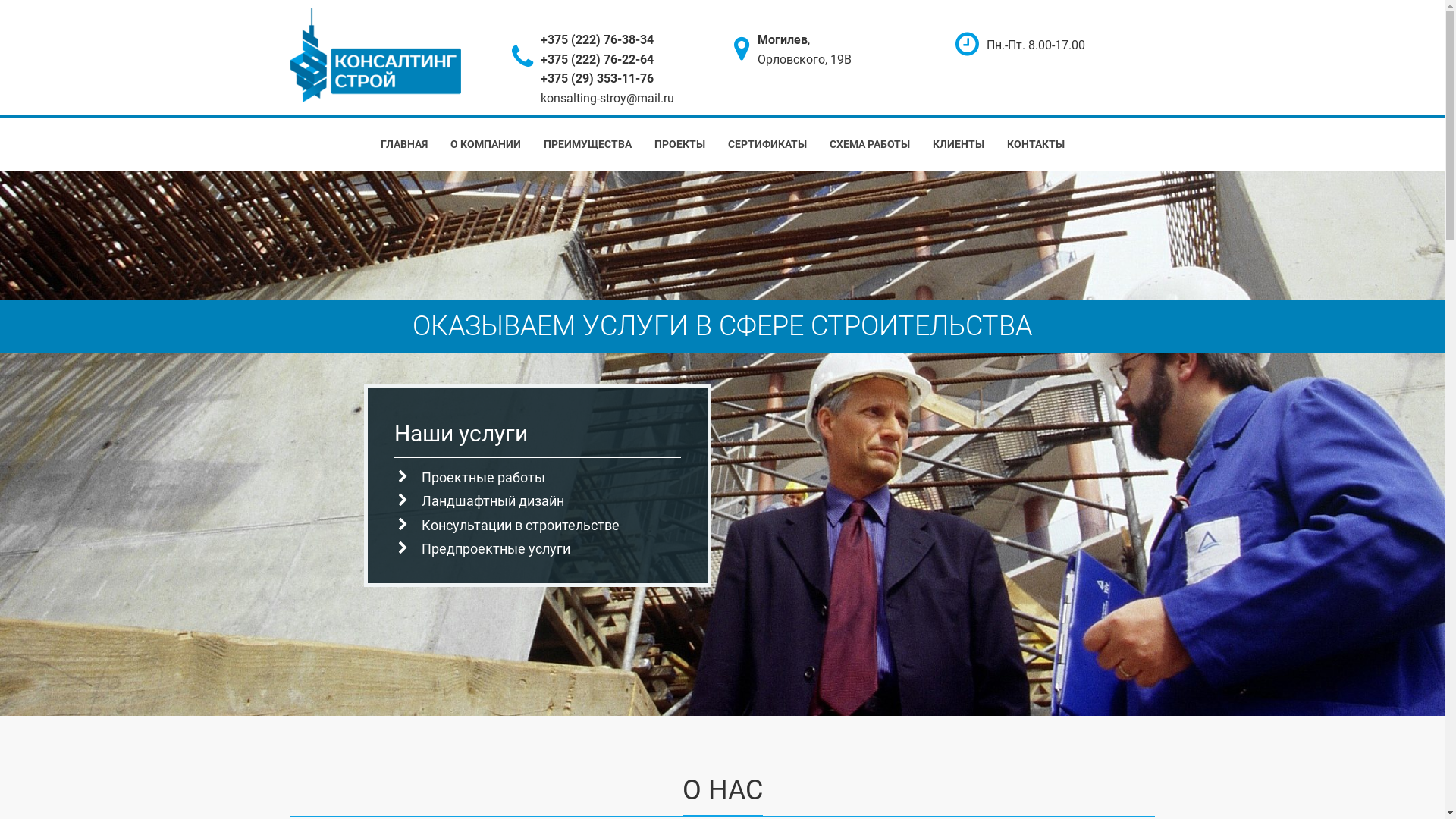  I want to click on '+375 (222) 76-38-34', so click(596, 39).